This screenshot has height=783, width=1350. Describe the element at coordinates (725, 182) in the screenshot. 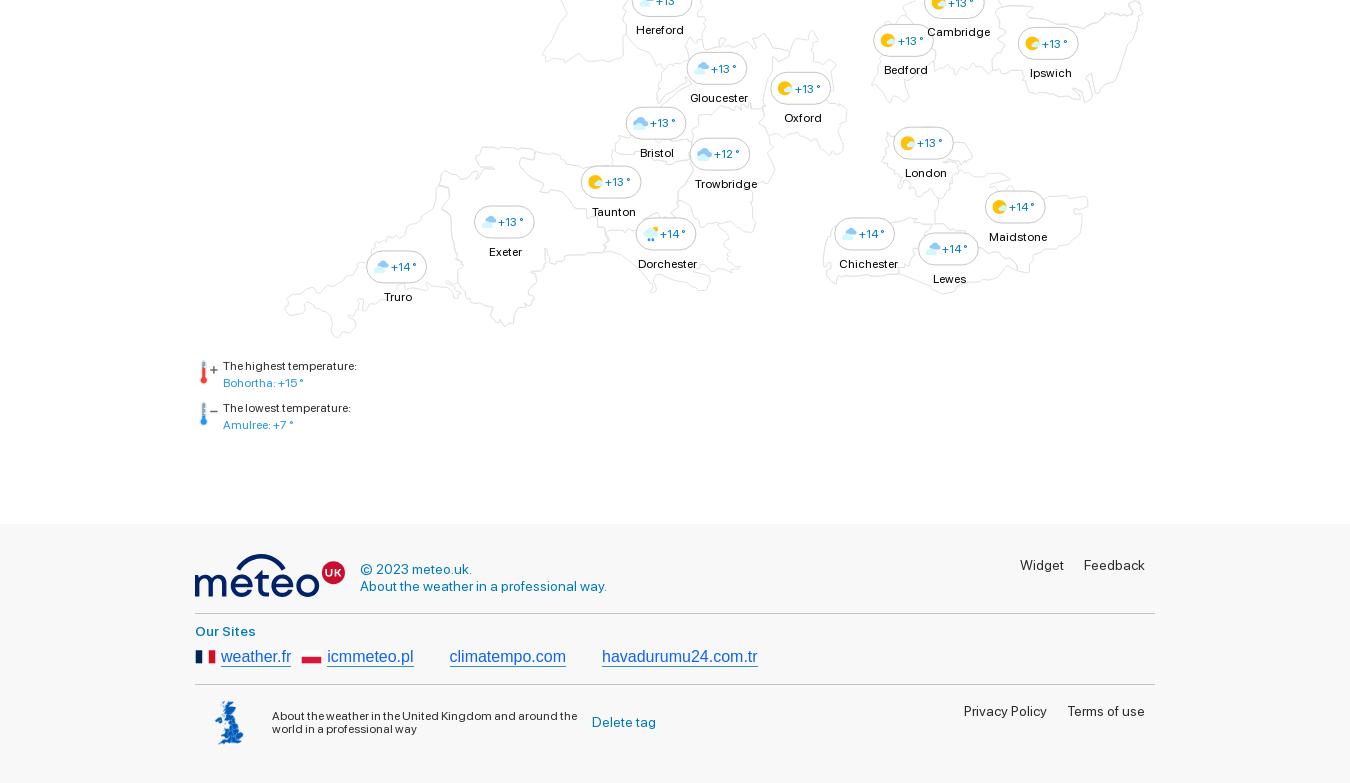

I see `'Trowbridge'` at that location.